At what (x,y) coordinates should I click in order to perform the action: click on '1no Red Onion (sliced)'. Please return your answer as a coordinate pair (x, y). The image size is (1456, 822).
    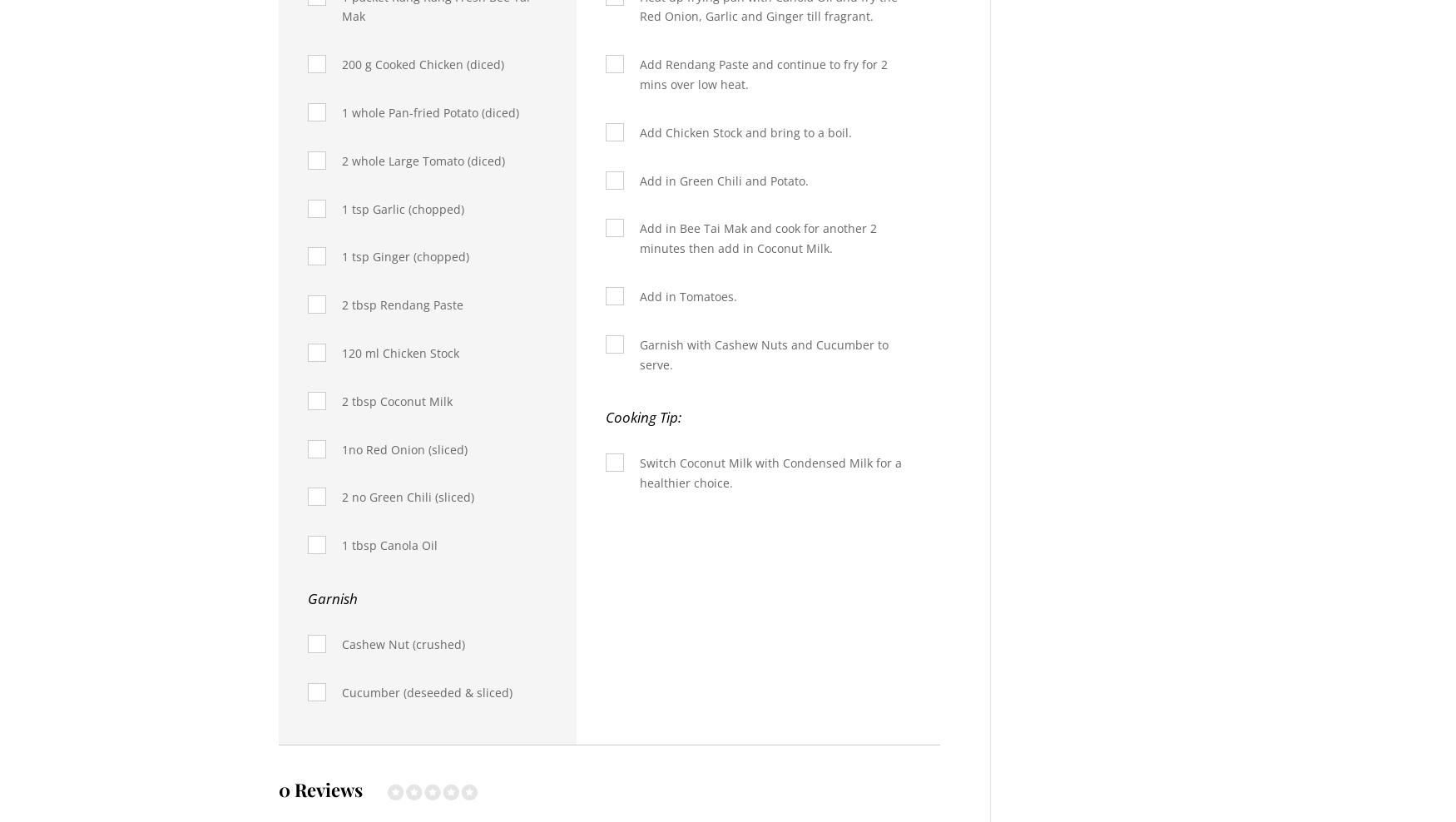
    Looking at the image, I should click on (404, 448).